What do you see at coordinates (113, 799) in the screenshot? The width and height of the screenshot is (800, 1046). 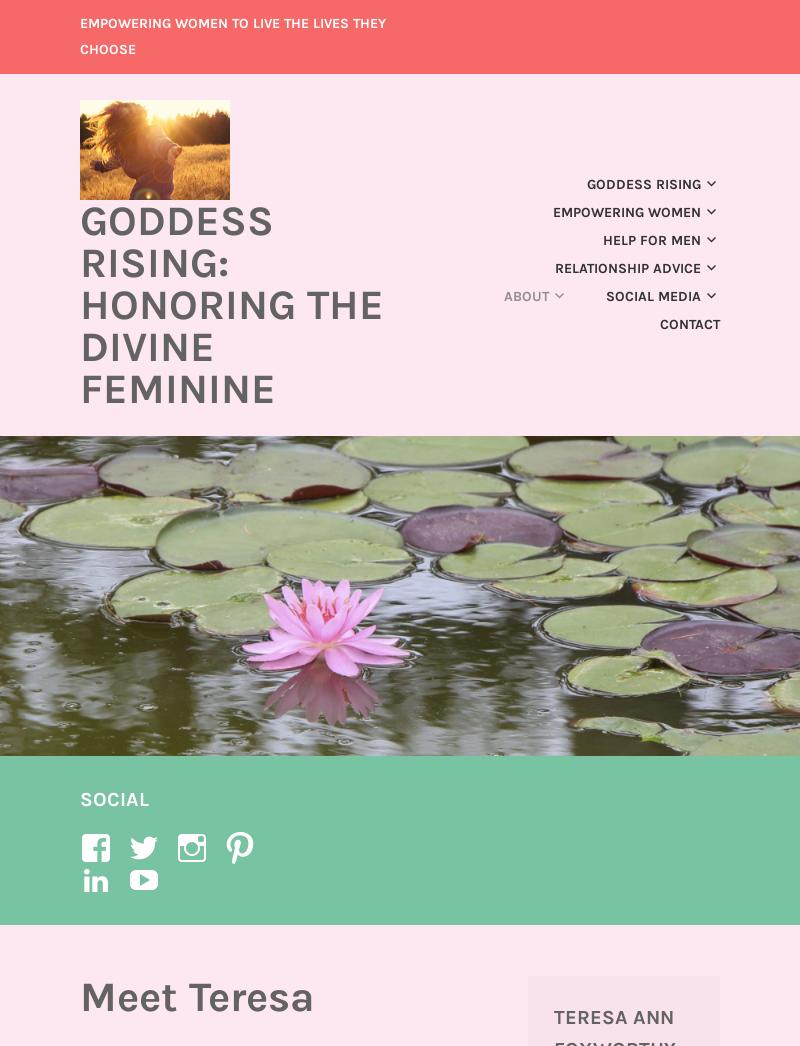 I see `'Social'` at bounding box center [113, 799].